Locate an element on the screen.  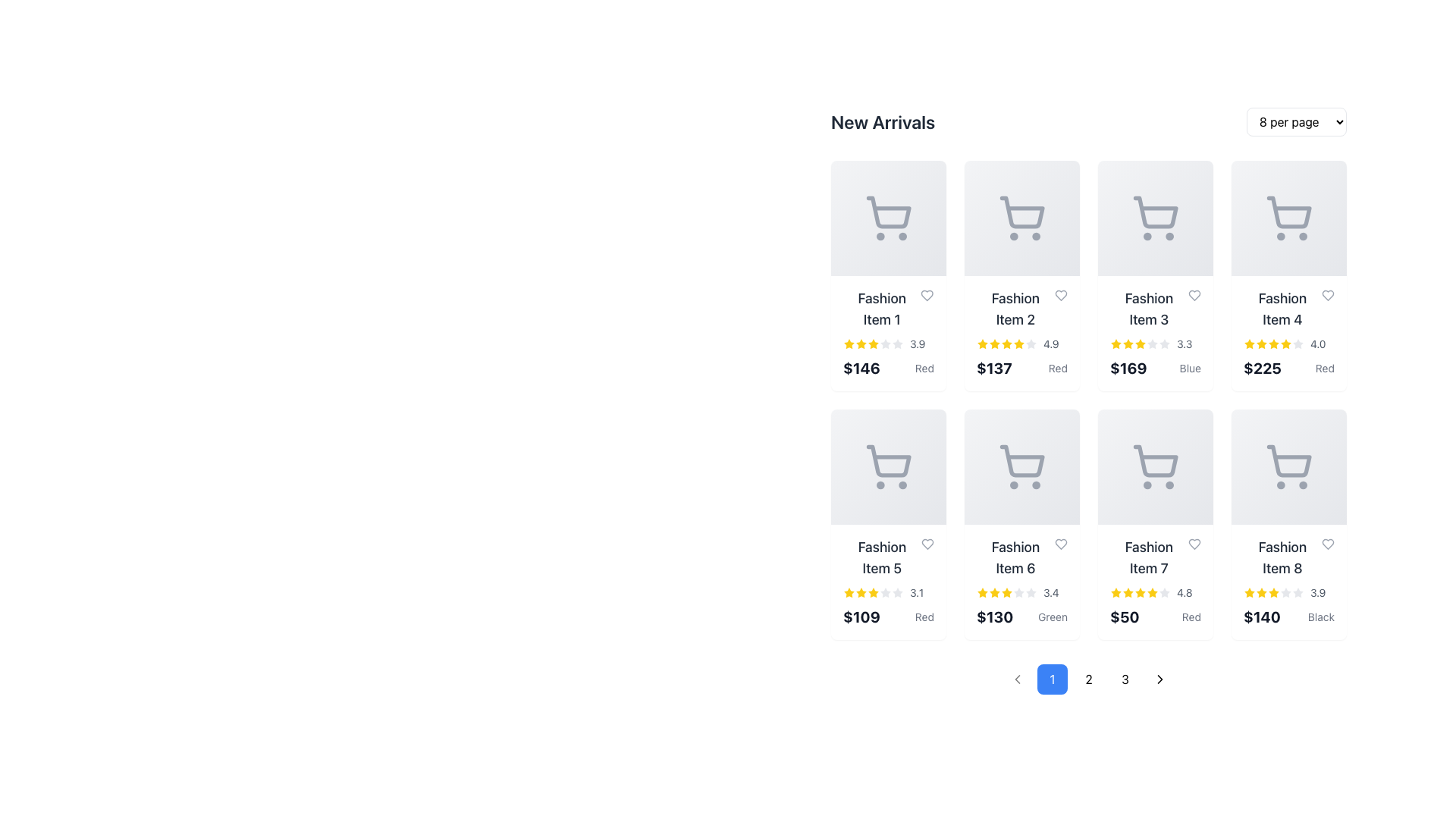
the text label displaying the price of Fashion Item 3, which is located above the text 'Blue' in the grid layout is located at coordinates (1128, 369).